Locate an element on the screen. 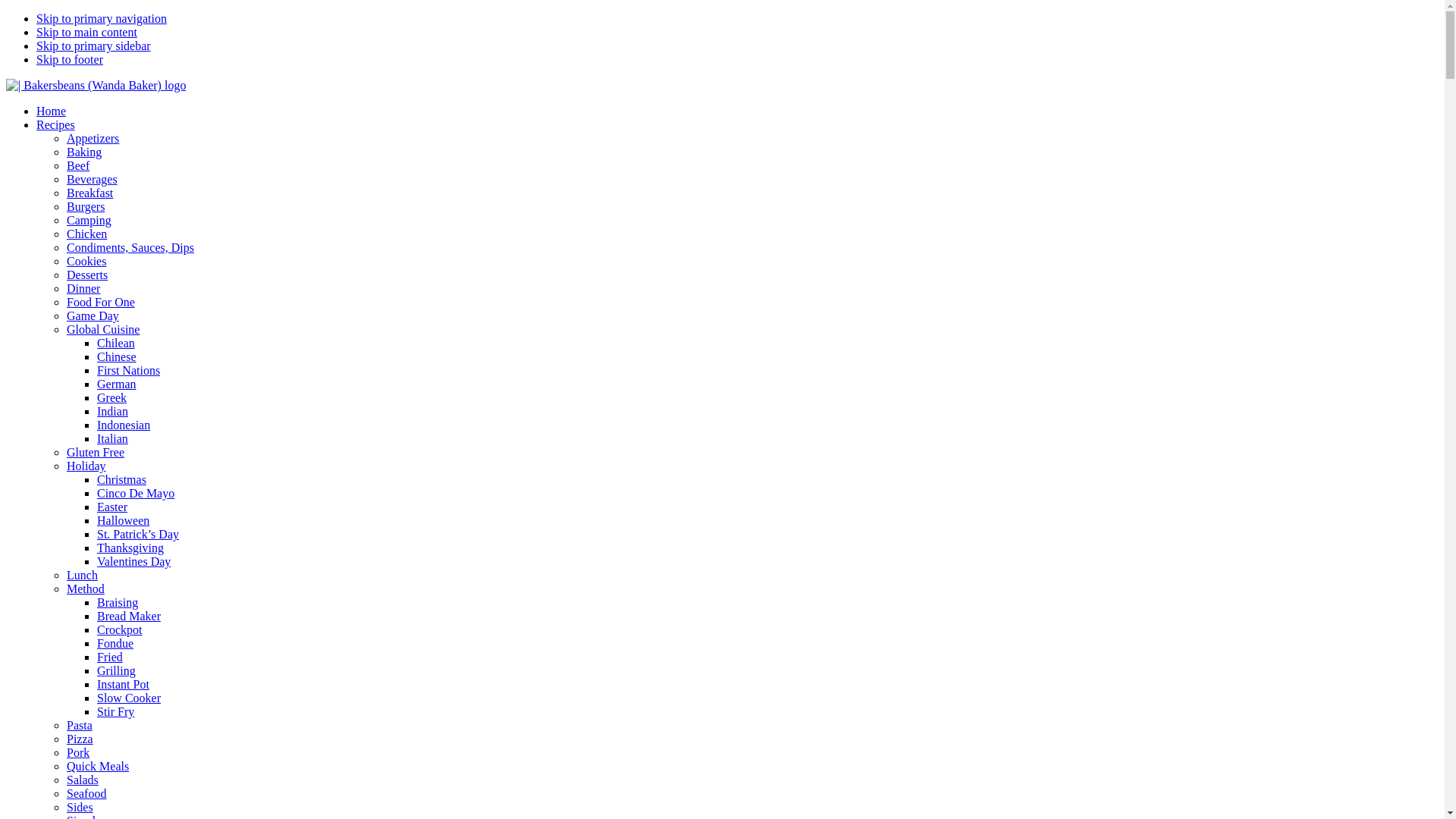 The height and width of the screenshot is (819, 1456). 'Braising' is located at coordinates (96, 601).